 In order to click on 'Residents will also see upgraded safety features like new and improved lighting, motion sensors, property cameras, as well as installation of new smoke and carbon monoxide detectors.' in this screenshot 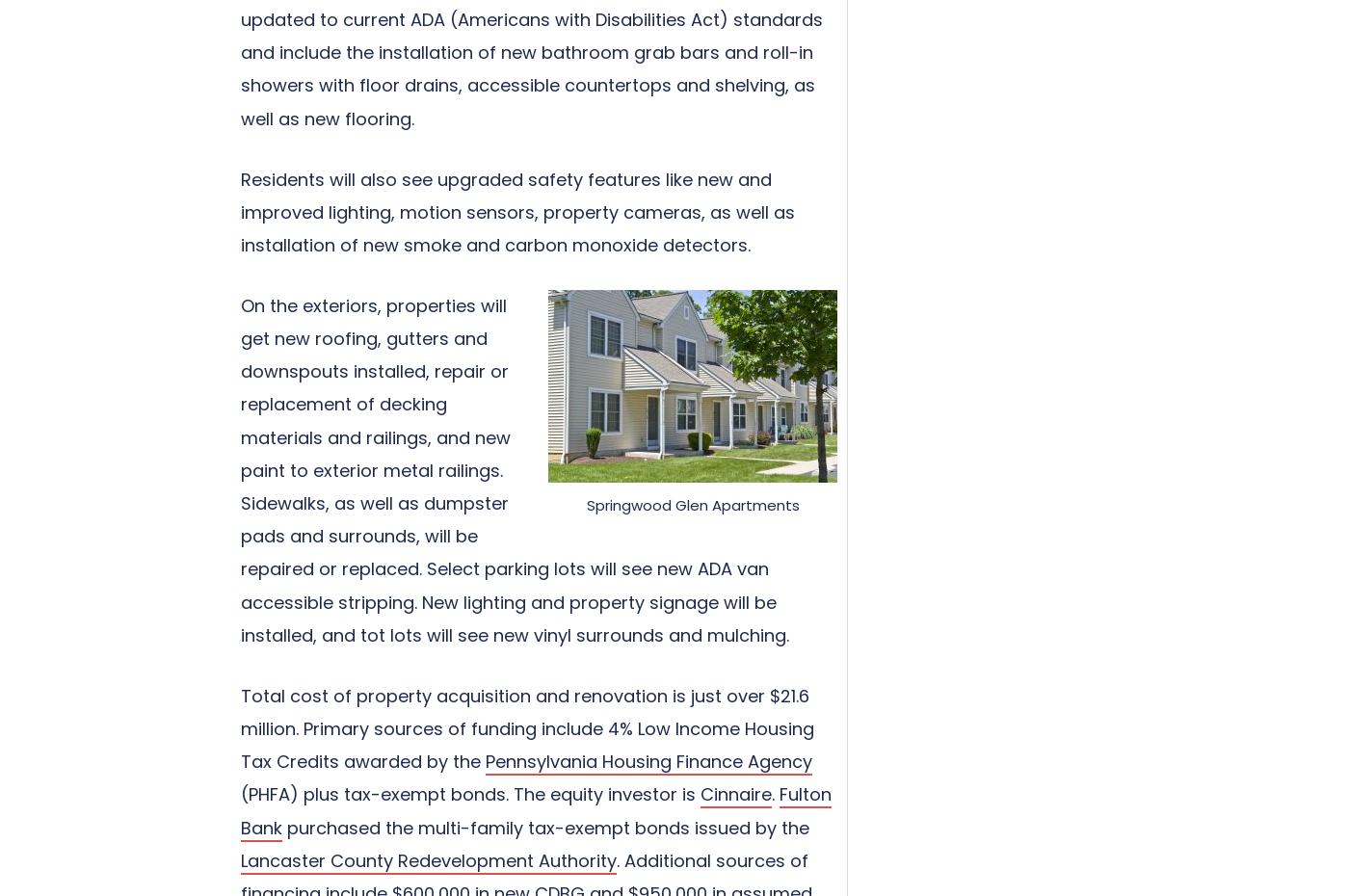, I will do `click(241, 210)`.